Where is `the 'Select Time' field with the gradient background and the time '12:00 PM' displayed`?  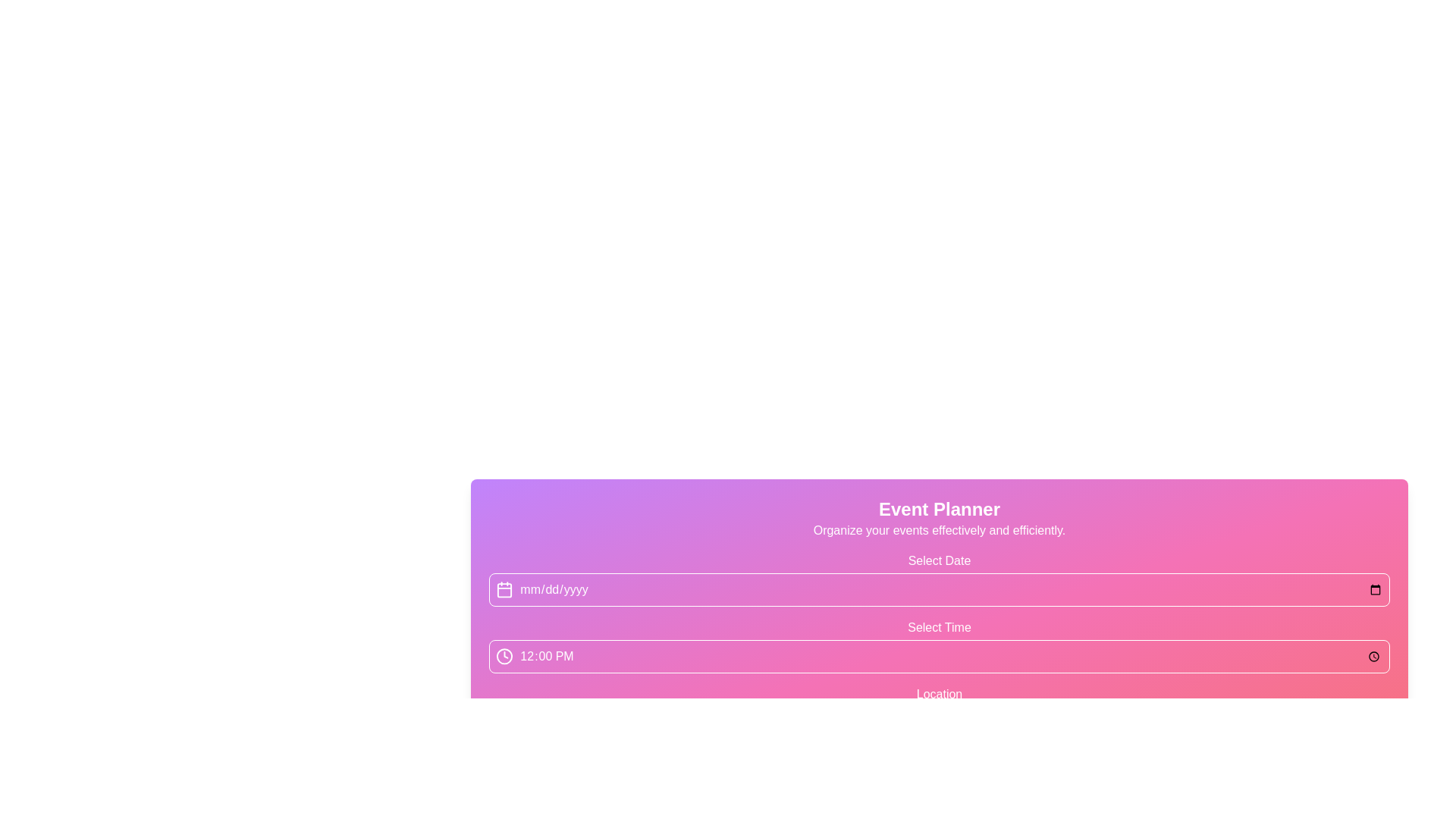 the 'Select Time' field with the gradient background and the time '12:00 PM' displayed is located at coordinates (938, 646).